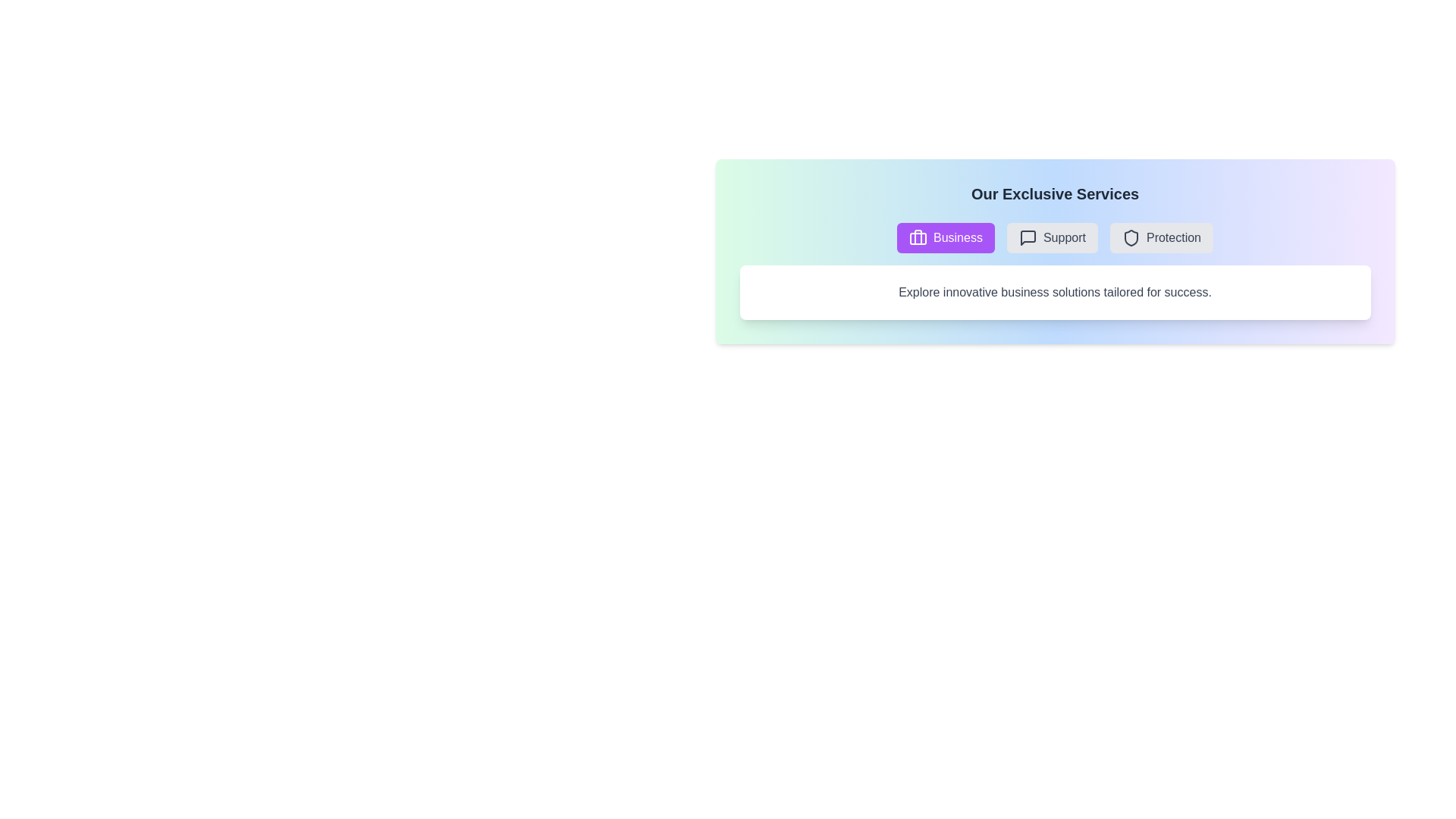 The width and height of the screenshot is (1456, 819). I want to click on the Support tab by clicking its button, so click(1051, 237).